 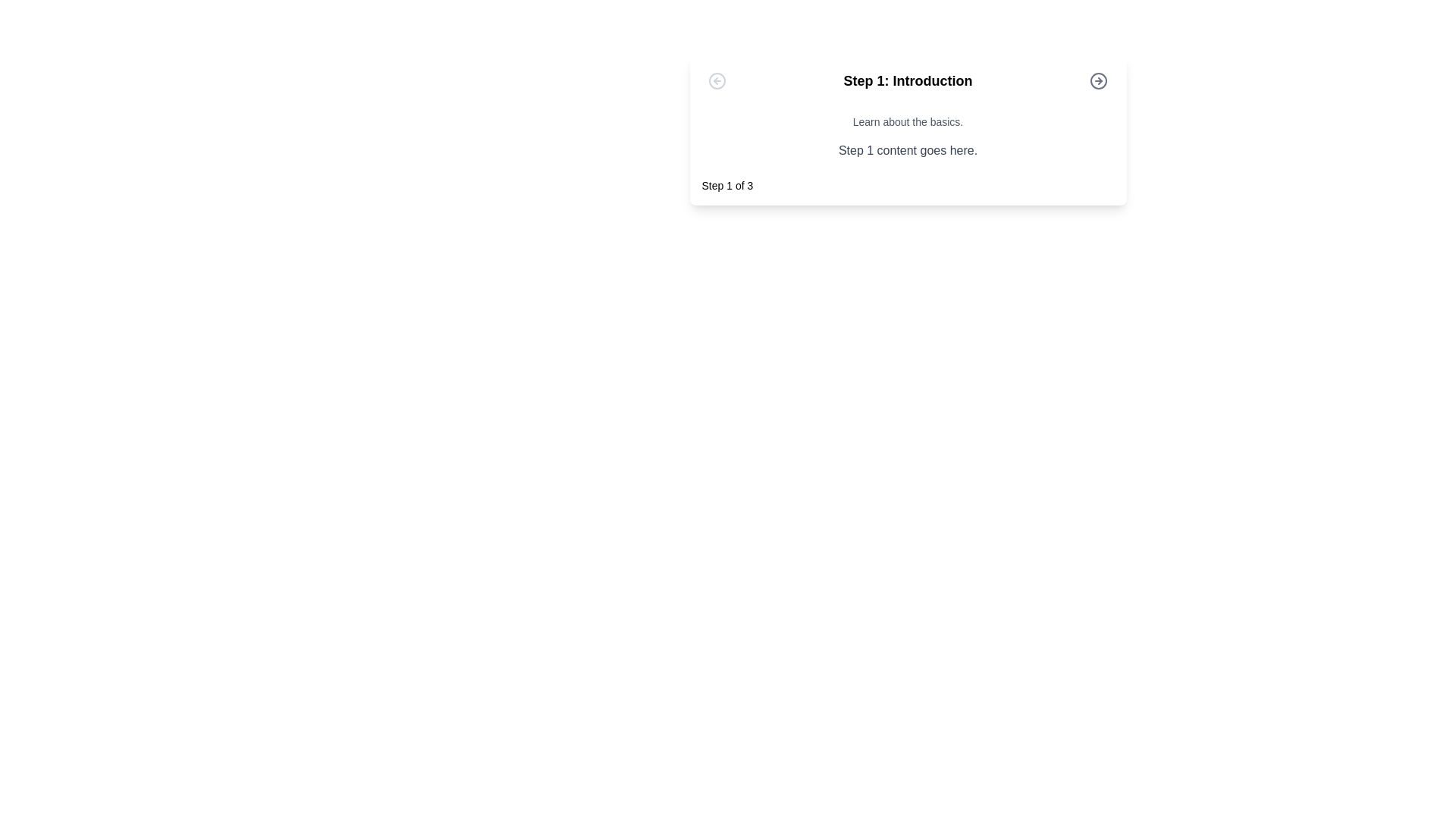 What do you see at coordinates (1099, 81) in the screenshot?
I see `the circular part of the arrow icon located at the top-right corner of the card interface` at bounding box center [1099, 81].